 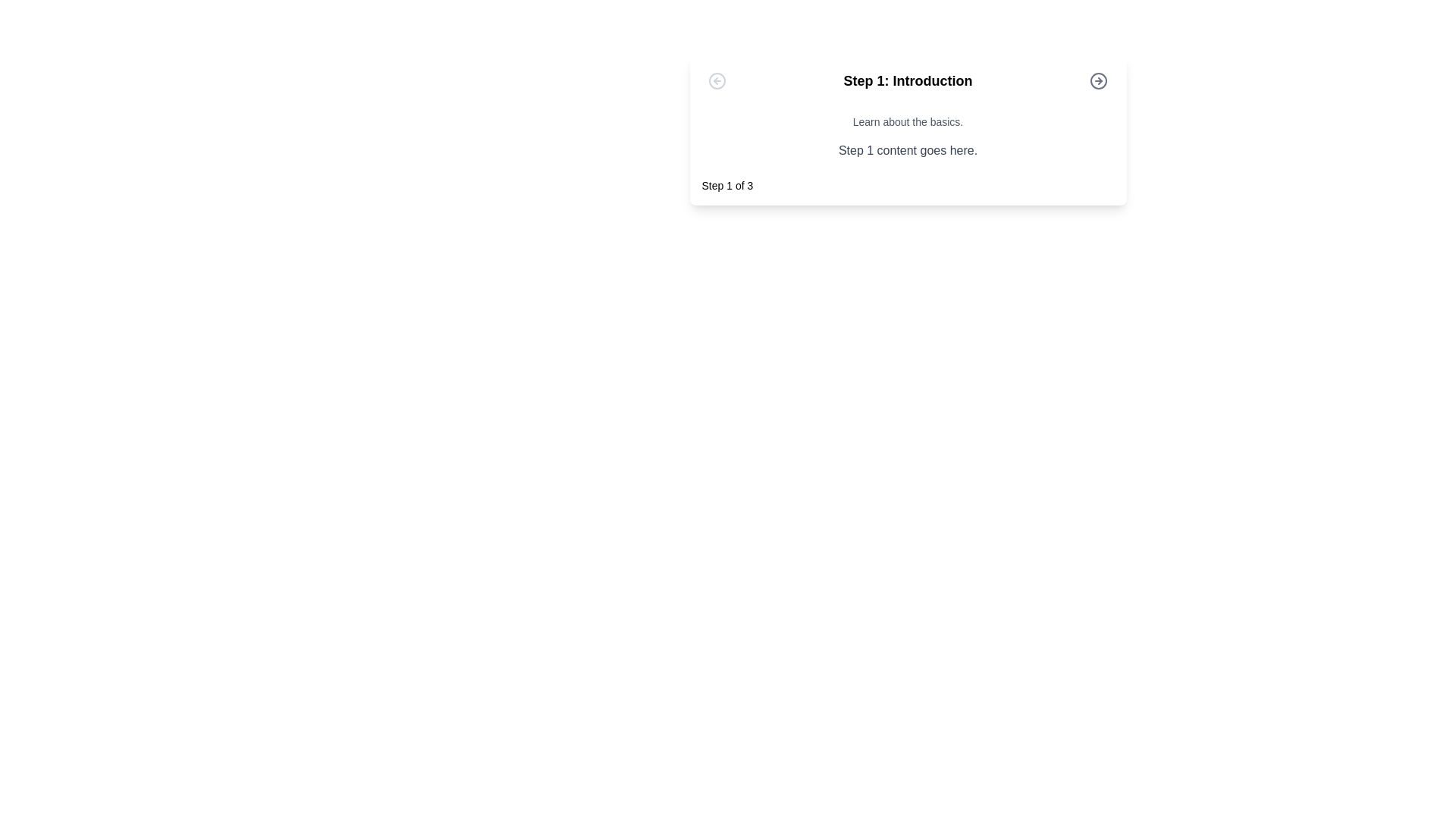 What do you see at coordinates (1099, 81) in the screenshot?
I see `the circular part of the arrow icon located at the top-right corner of the card interface` at bounding box center [1099, 81].